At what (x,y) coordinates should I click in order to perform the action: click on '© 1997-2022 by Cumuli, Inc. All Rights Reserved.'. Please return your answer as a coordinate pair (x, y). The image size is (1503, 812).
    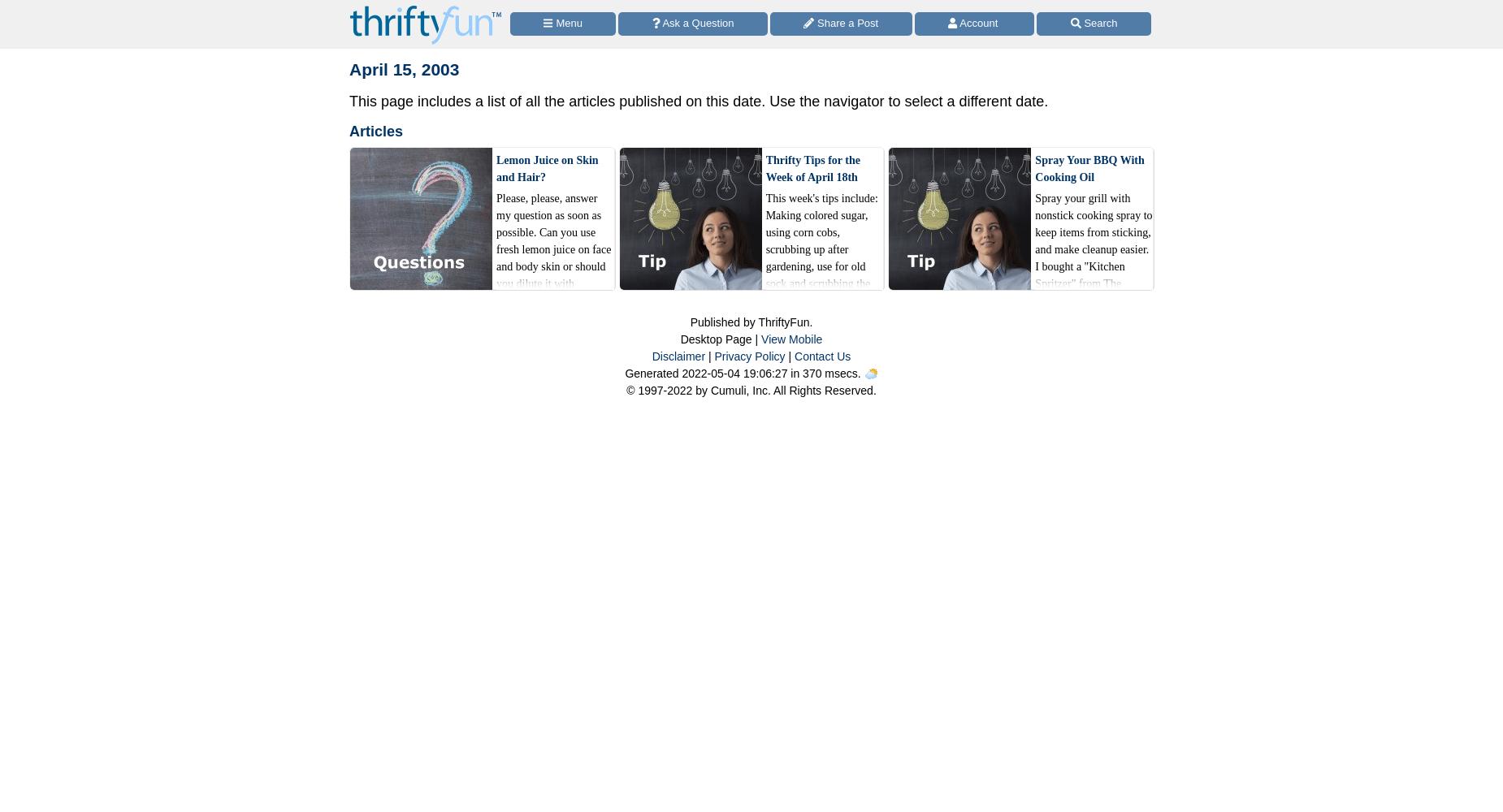
    Looking at the image, I should click on (751, 389).